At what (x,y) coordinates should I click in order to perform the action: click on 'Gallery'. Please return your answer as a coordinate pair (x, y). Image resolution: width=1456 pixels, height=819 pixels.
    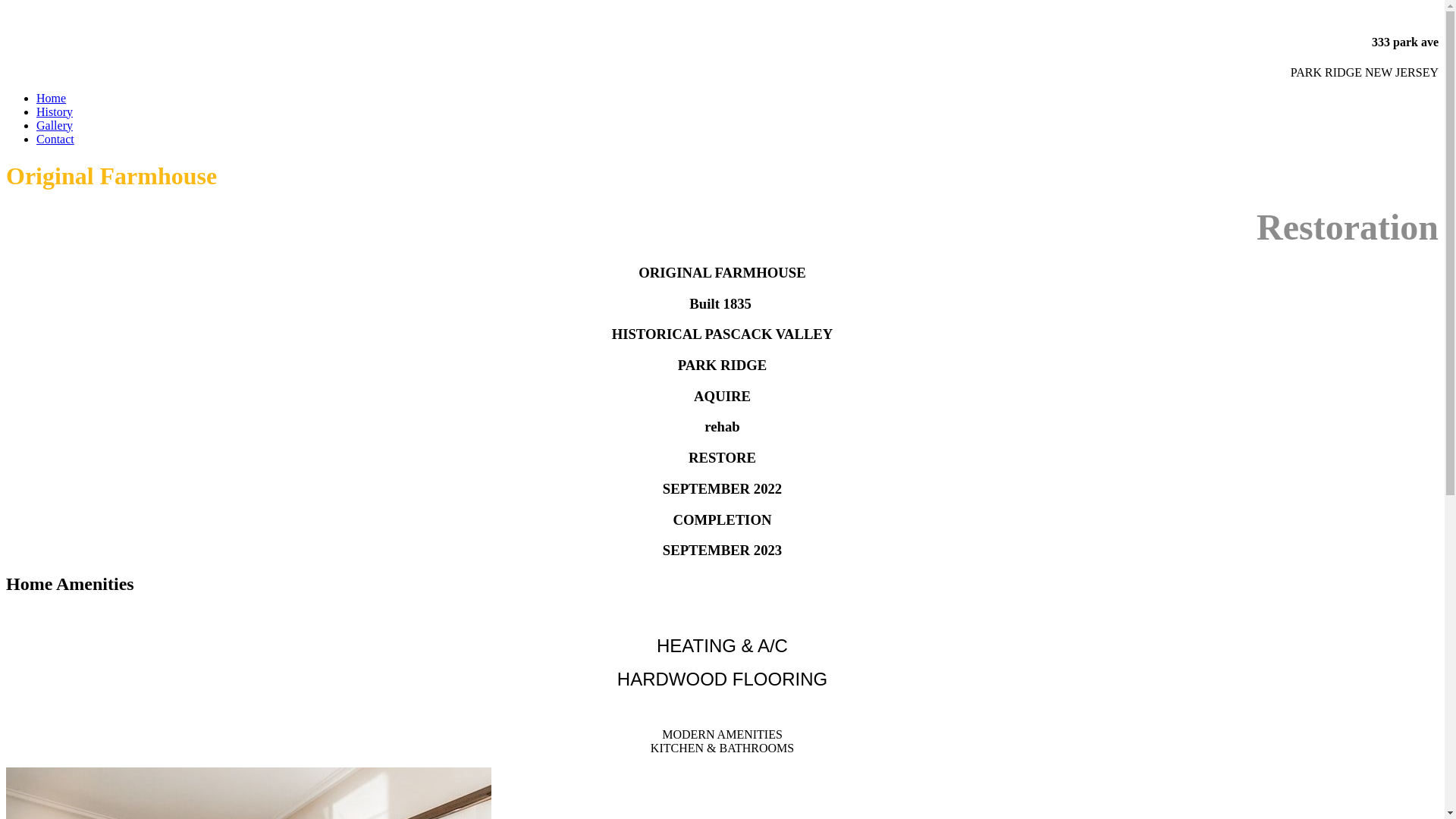
    Looking at the image, I should click on (55, 124).